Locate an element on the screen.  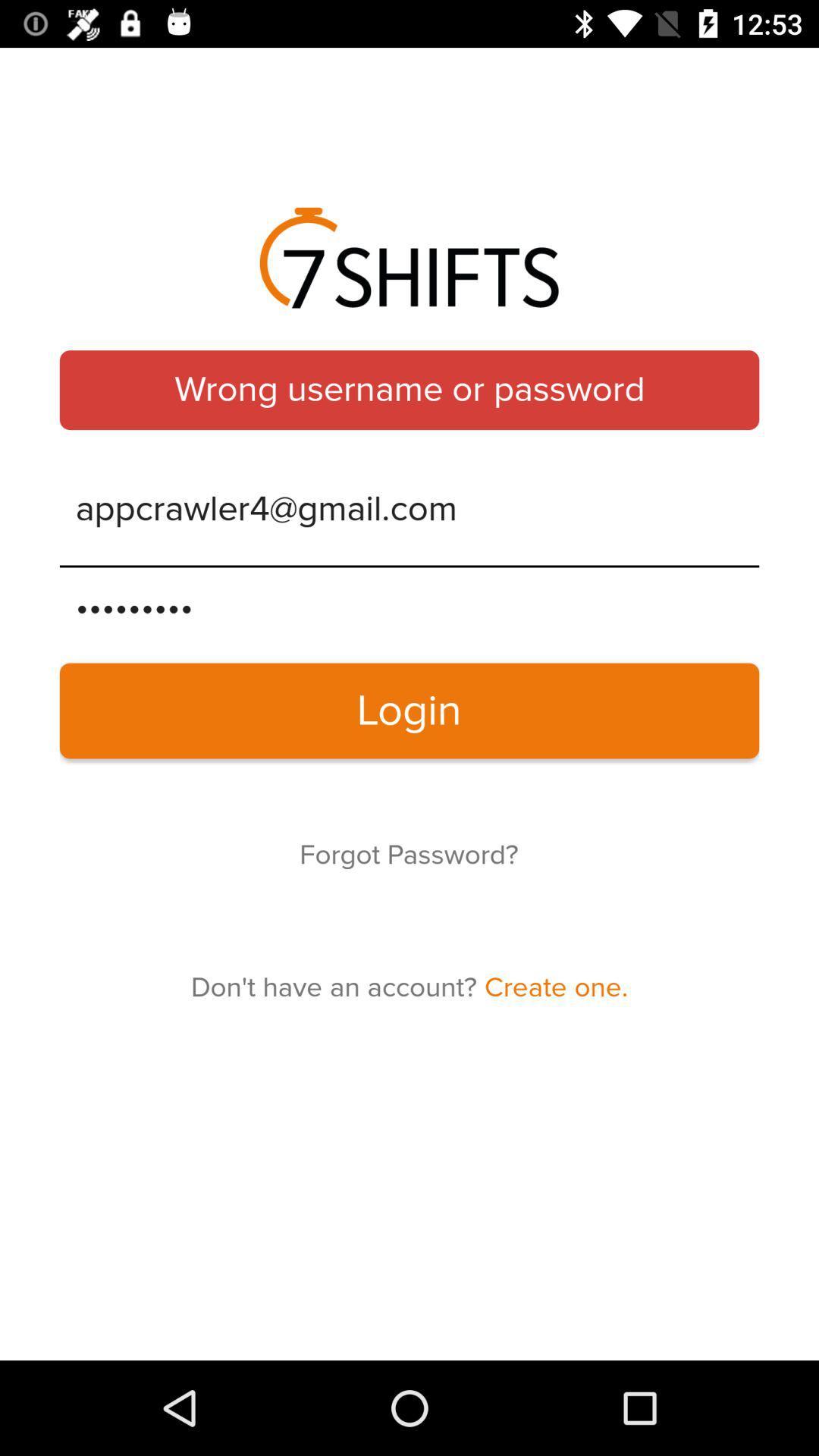
the login is located at coordinates (409, 710).